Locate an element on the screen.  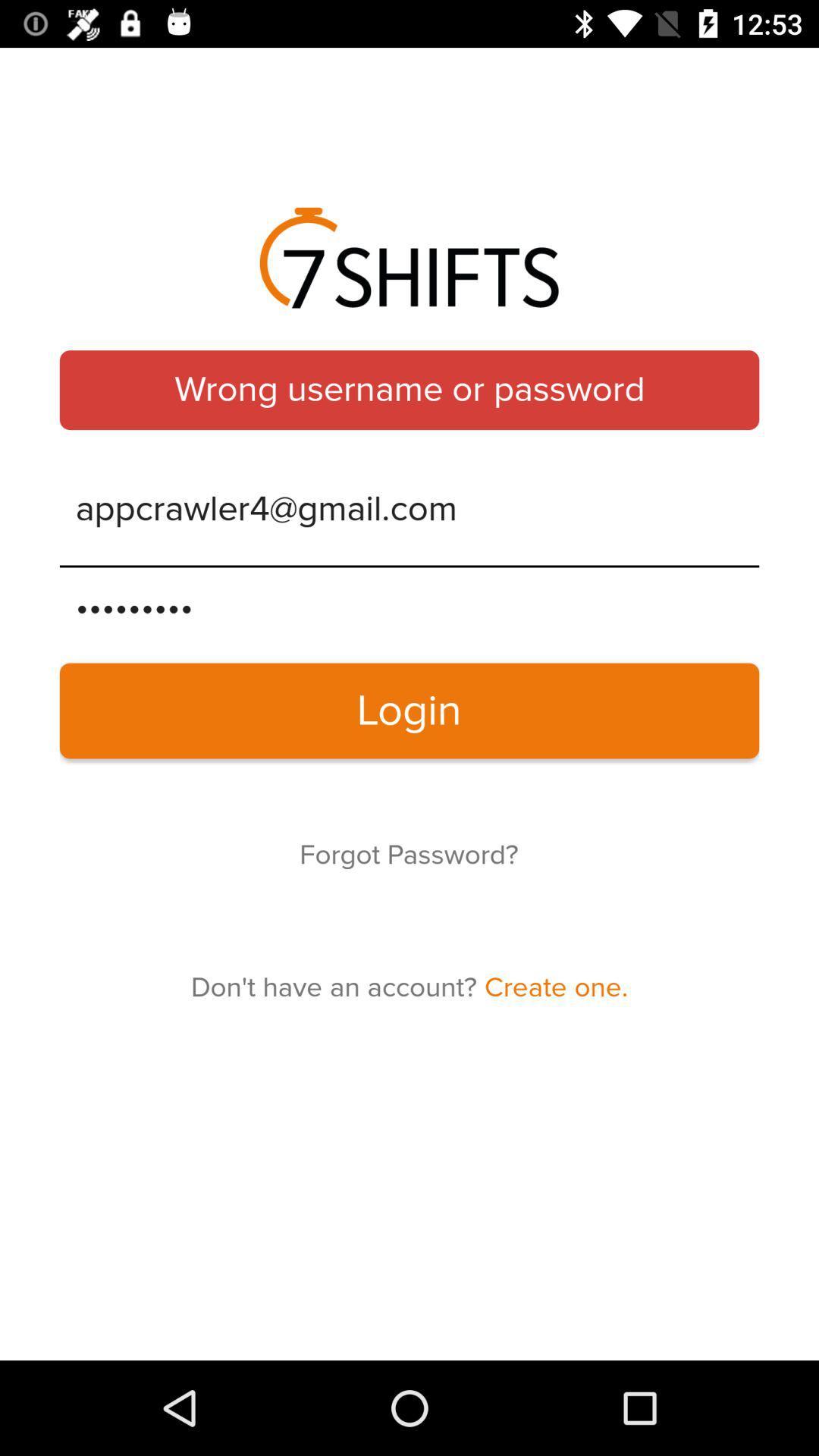
the login is located at coordinates (409, 710).